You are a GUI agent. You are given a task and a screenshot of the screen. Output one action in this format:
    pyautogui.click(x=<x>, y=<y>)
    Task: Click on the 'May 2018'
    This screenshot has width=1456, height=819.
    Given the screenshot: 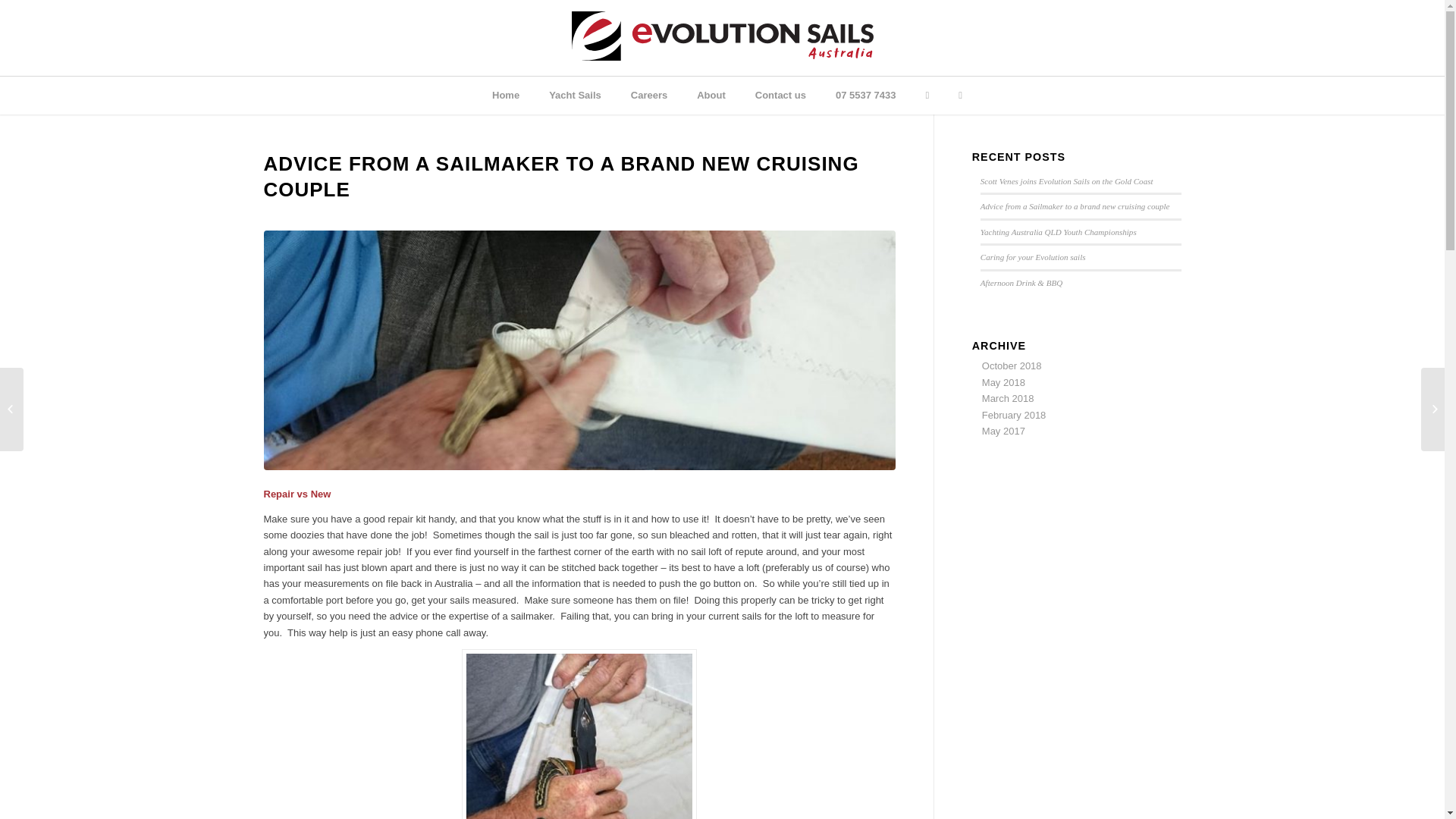 What is the action you would take?
    pyautogui.click(x=1003, y=381)
    